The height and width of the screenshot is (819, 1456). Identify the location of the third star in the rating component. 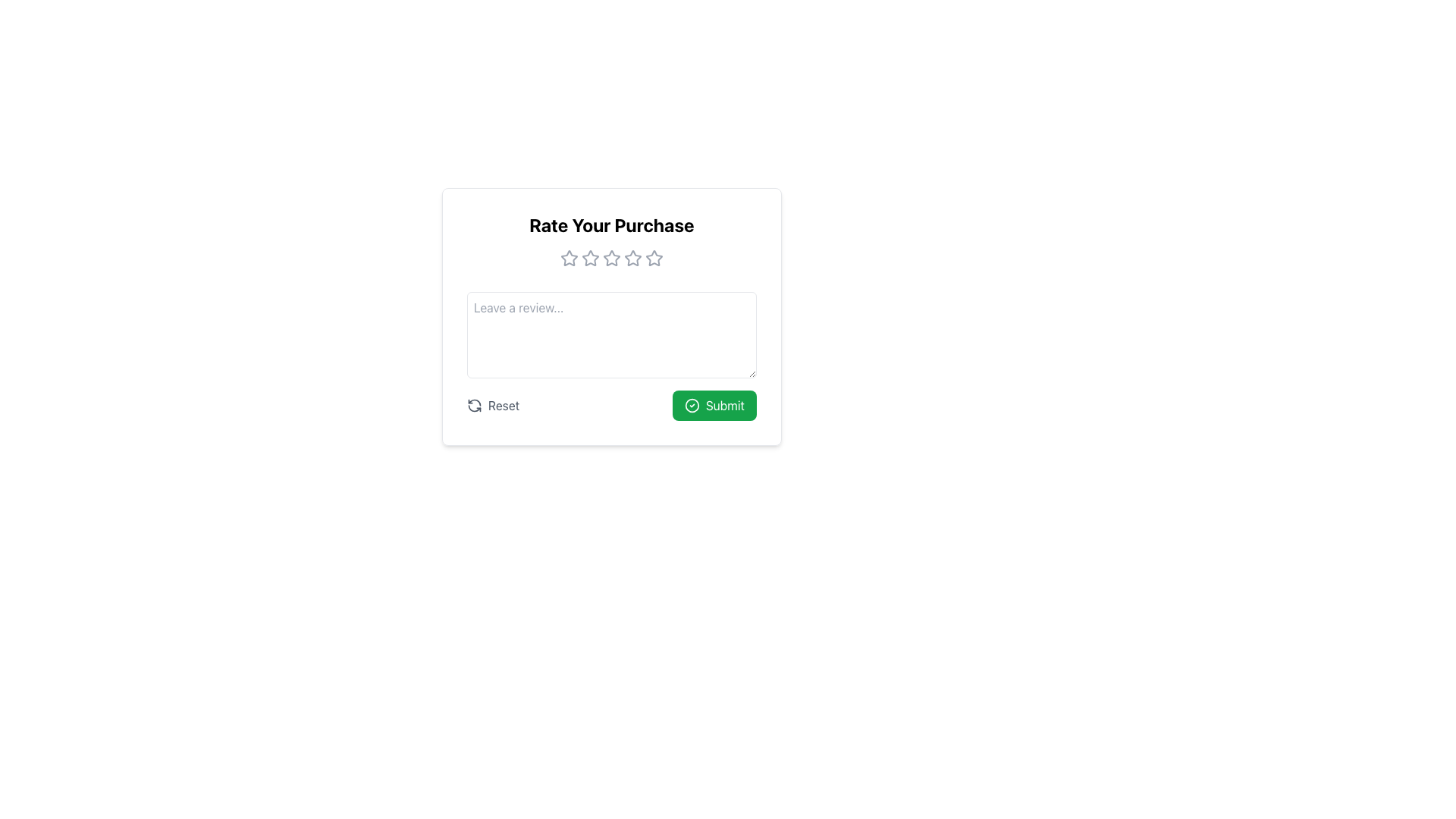
(633, 257).